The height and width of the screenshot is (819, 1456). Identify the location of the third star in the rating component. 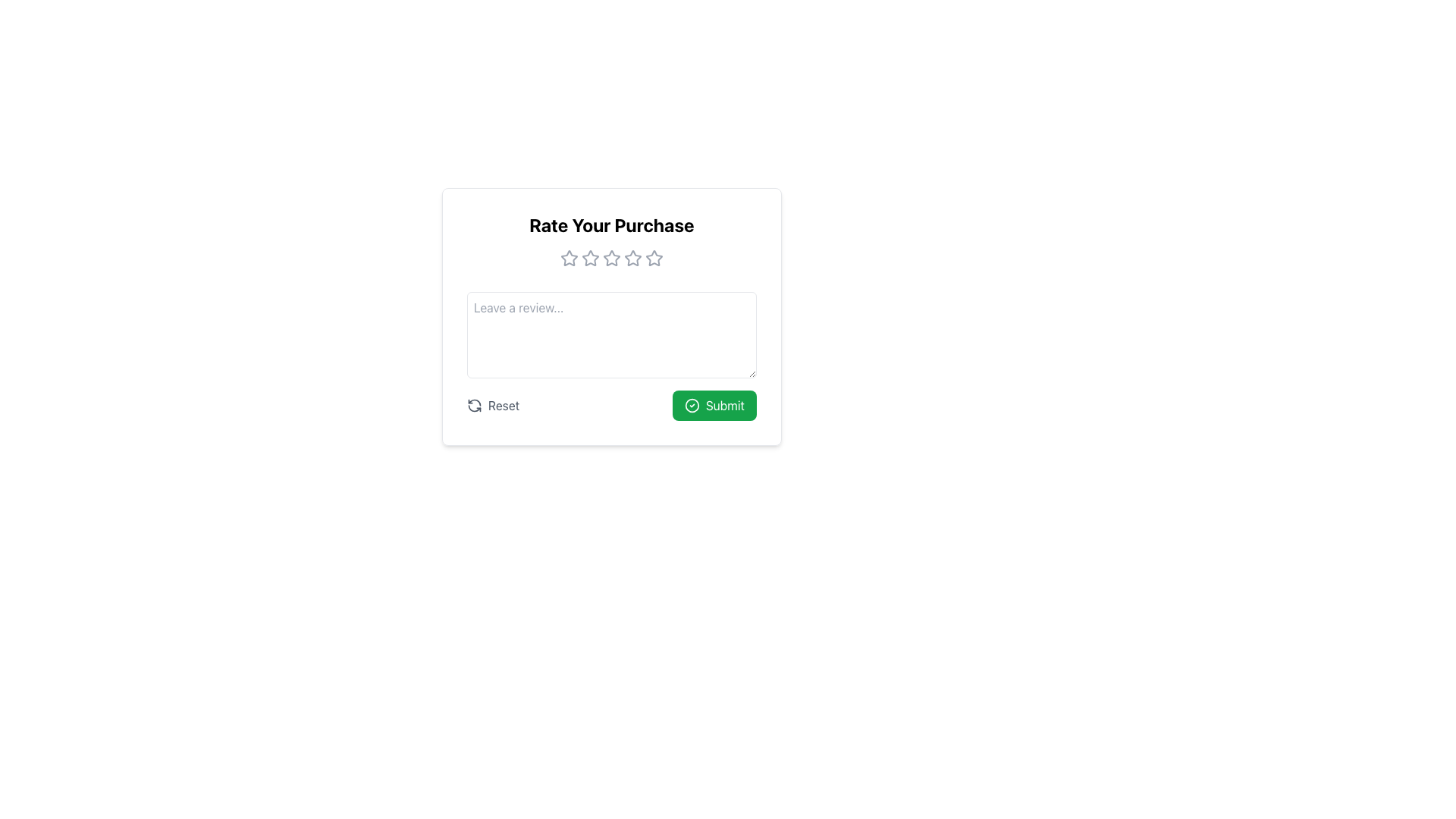
(633, 257).